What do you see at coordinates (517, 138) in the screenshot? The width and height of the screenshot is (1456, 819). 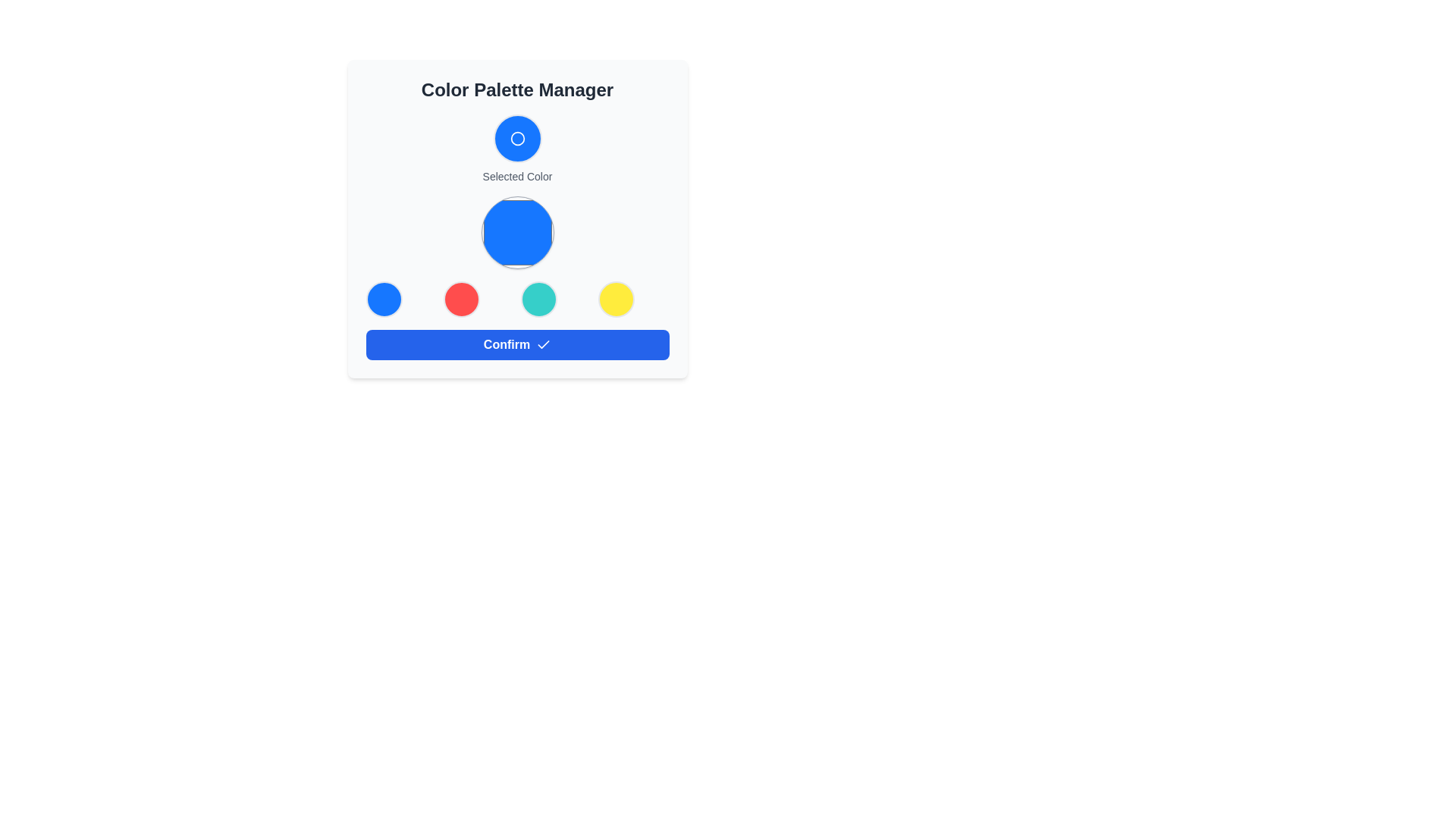 I see `the decorative icon located at the center of the blue circular icon, which indicates selection or state in the 'Selected Color' component` at bounding box center [517, 138].